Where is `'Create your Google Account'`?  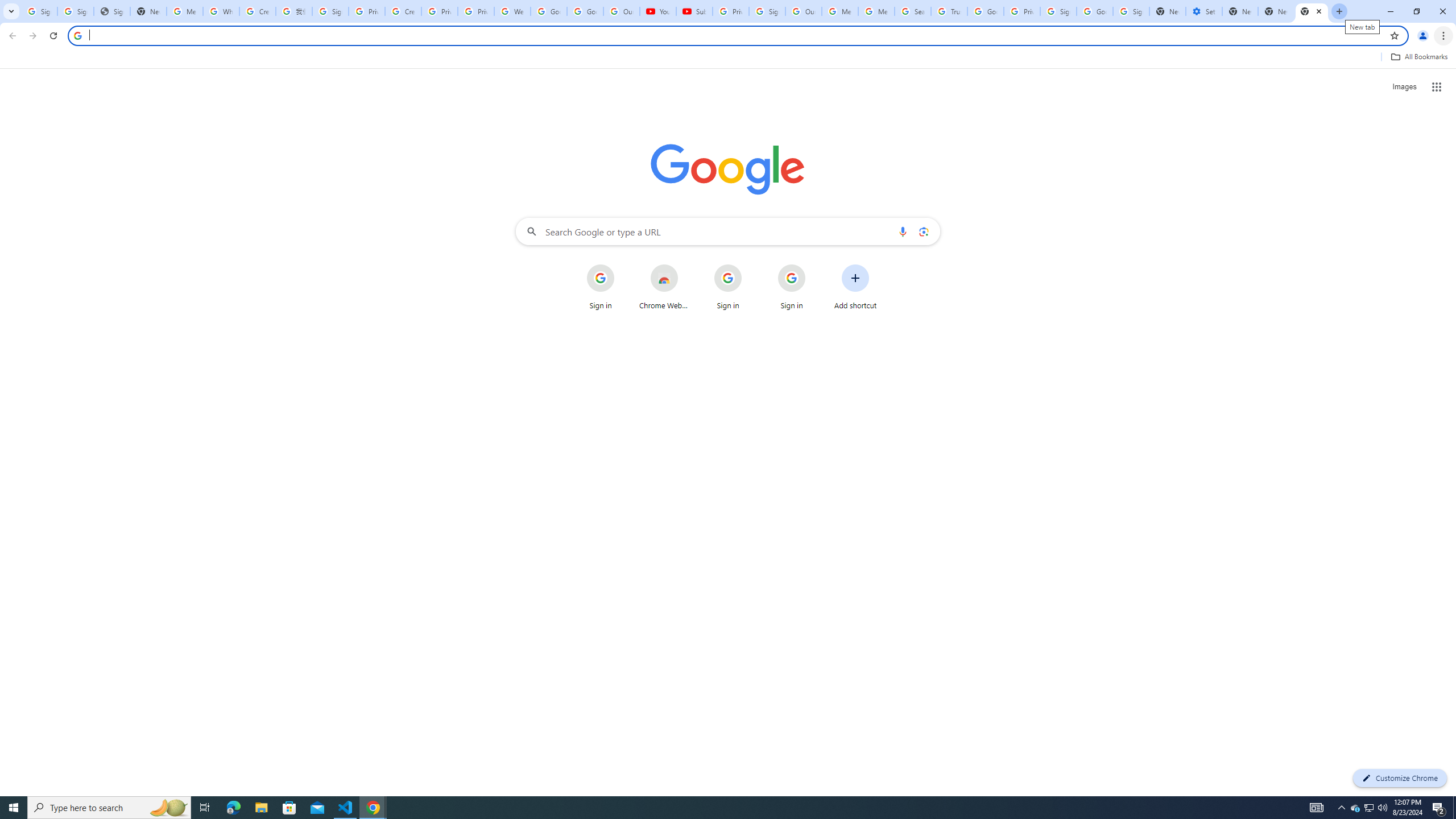 'Create your Google Account' is located at coordinates (403, 11).